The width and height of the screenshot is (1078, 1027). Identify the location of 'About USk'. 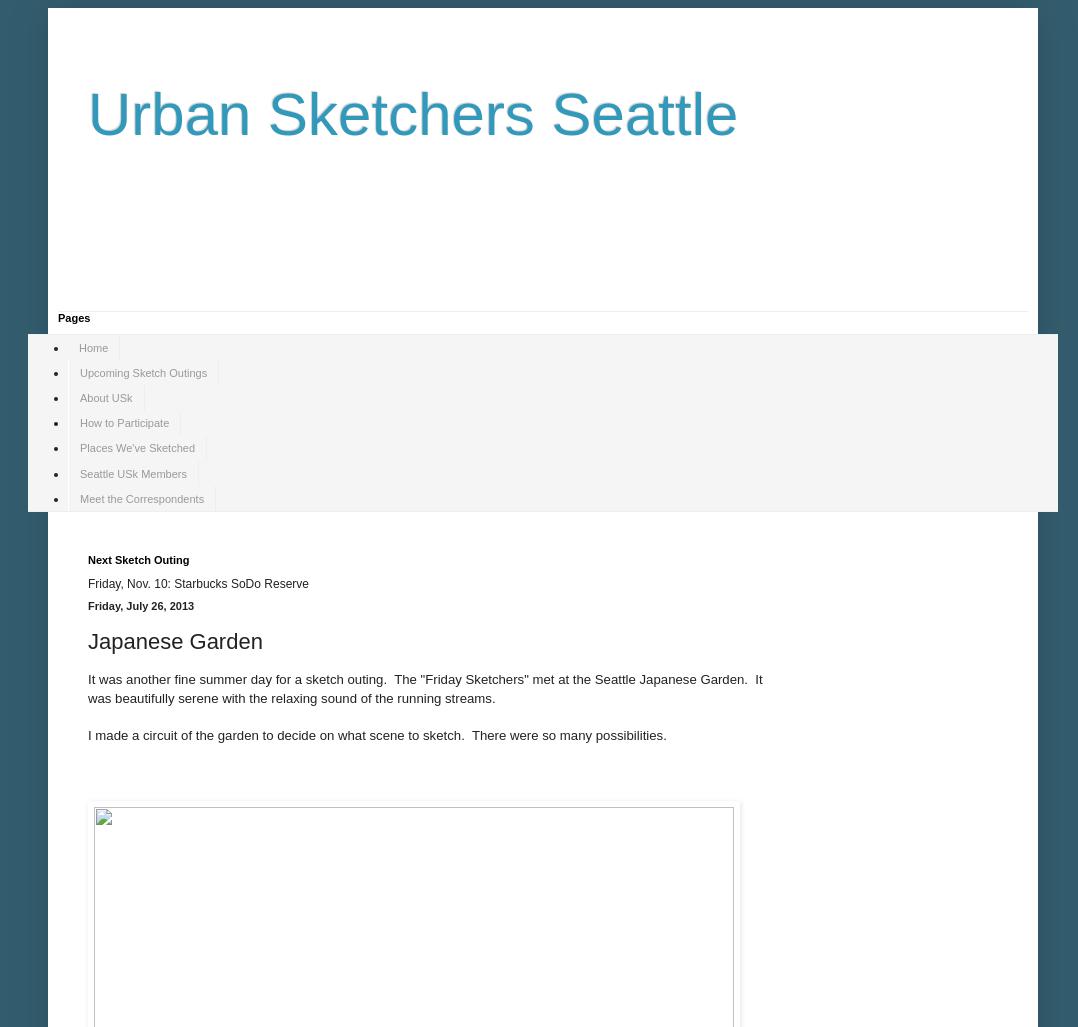
(104, 397).